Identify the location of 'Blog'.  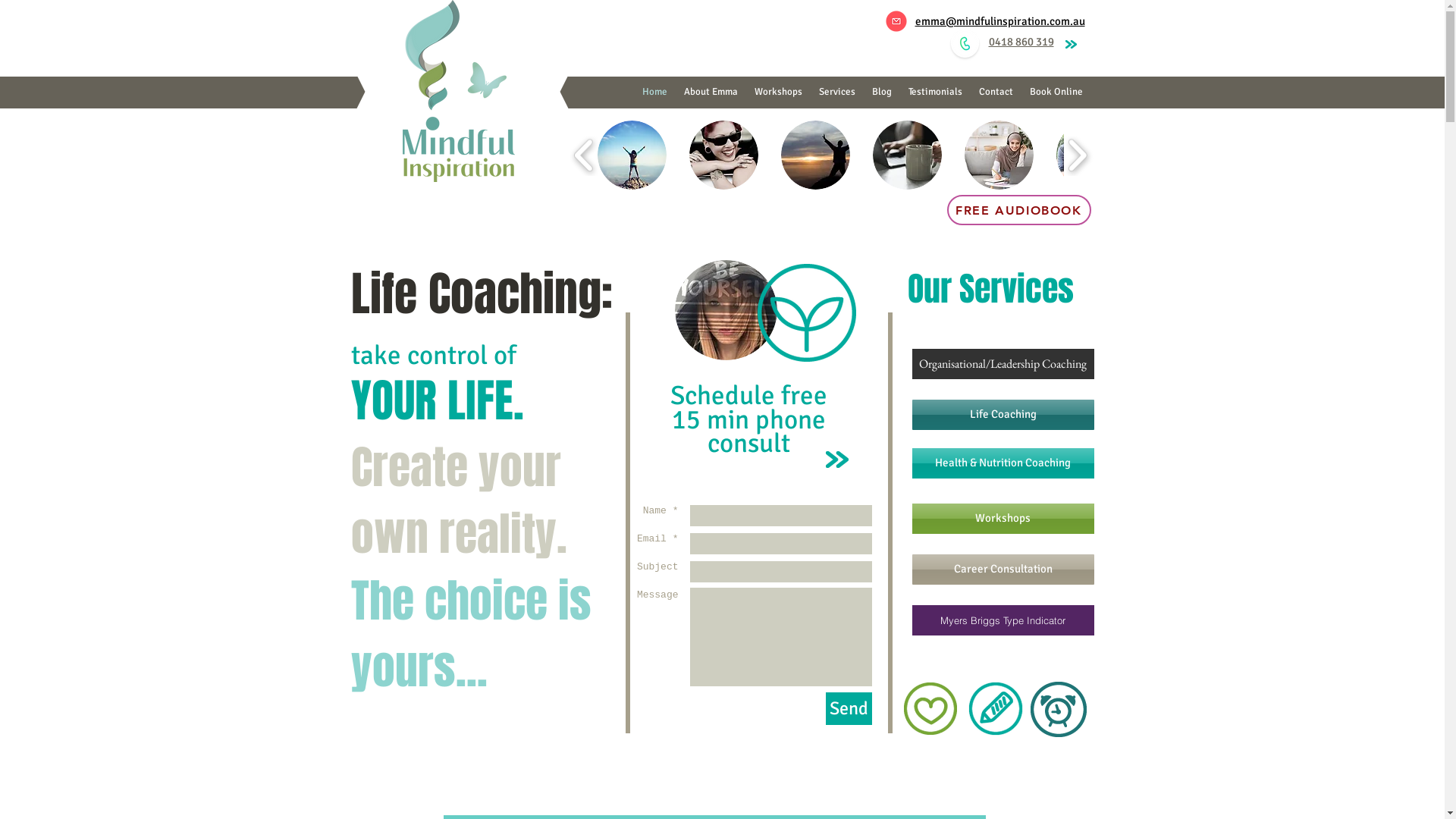
(880, 92).